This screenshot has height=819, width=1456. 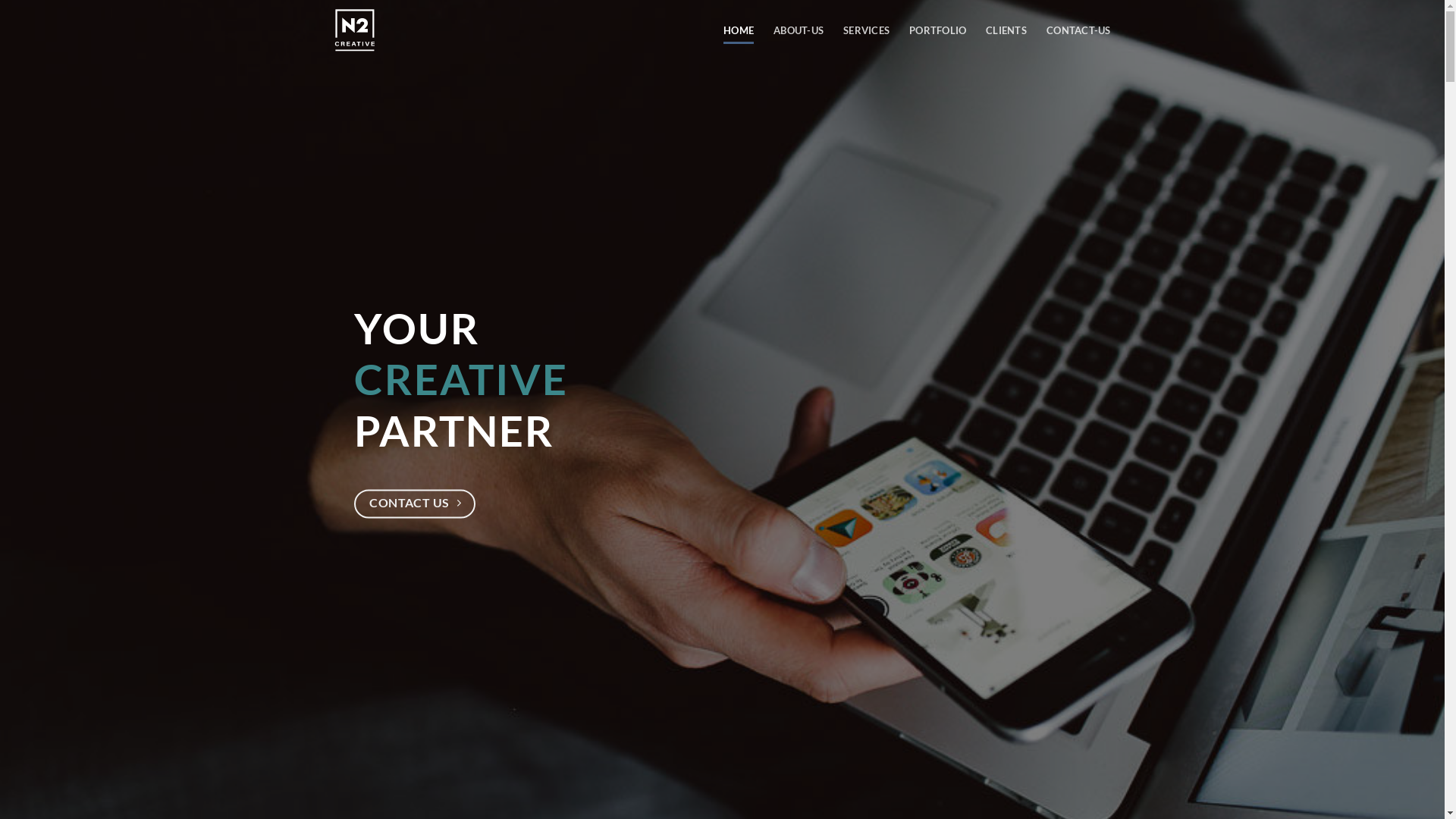 What do you see at coordinates (739, 30) in the screenshot?
I see `'HOME'` at bounding box center [739, 30].